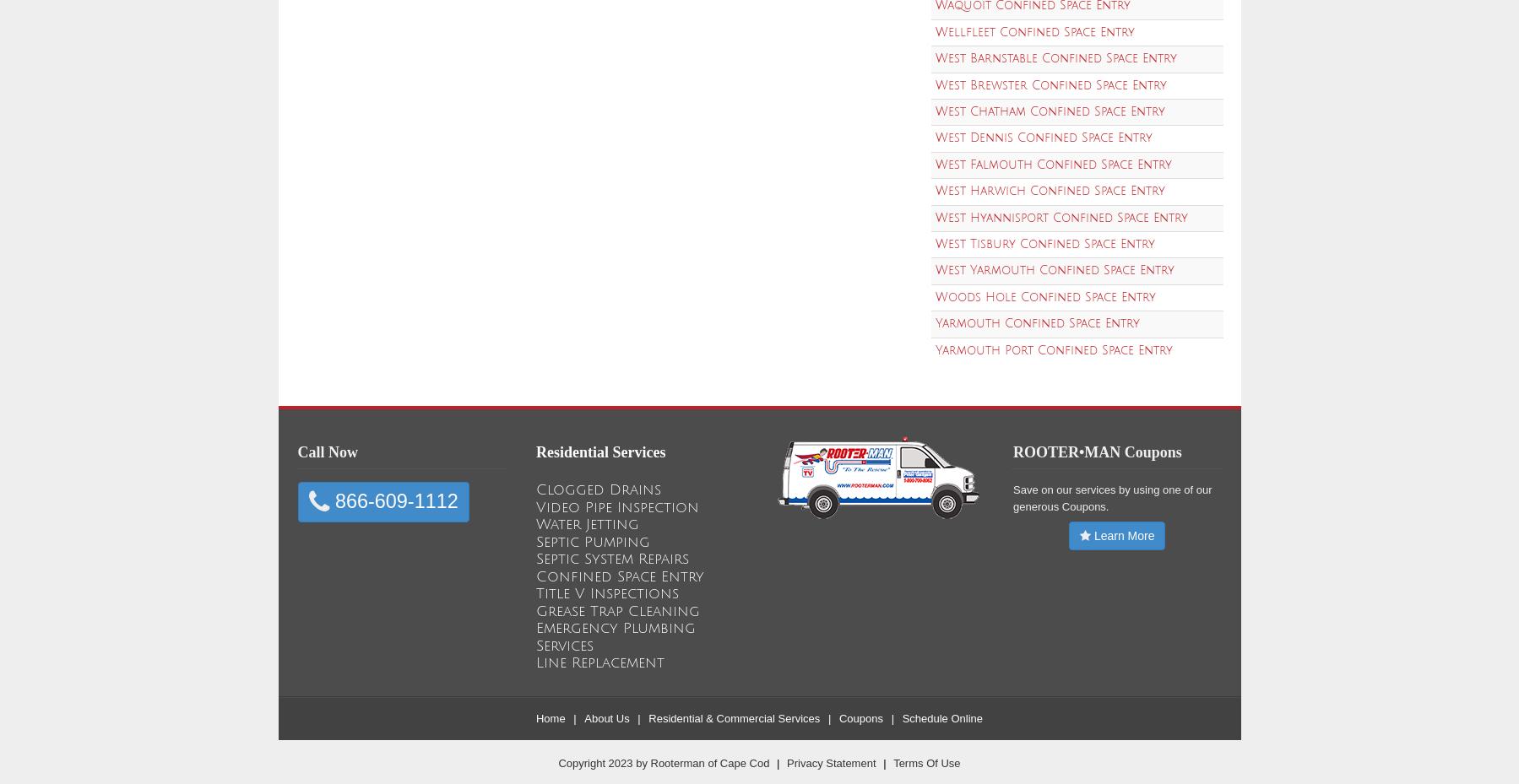 The height and width of the screenshot is (784, 1519). Describe the element at coordinates (733, 717) in the screenshot. I see `'Residential  & Commercial Services'` at that location.